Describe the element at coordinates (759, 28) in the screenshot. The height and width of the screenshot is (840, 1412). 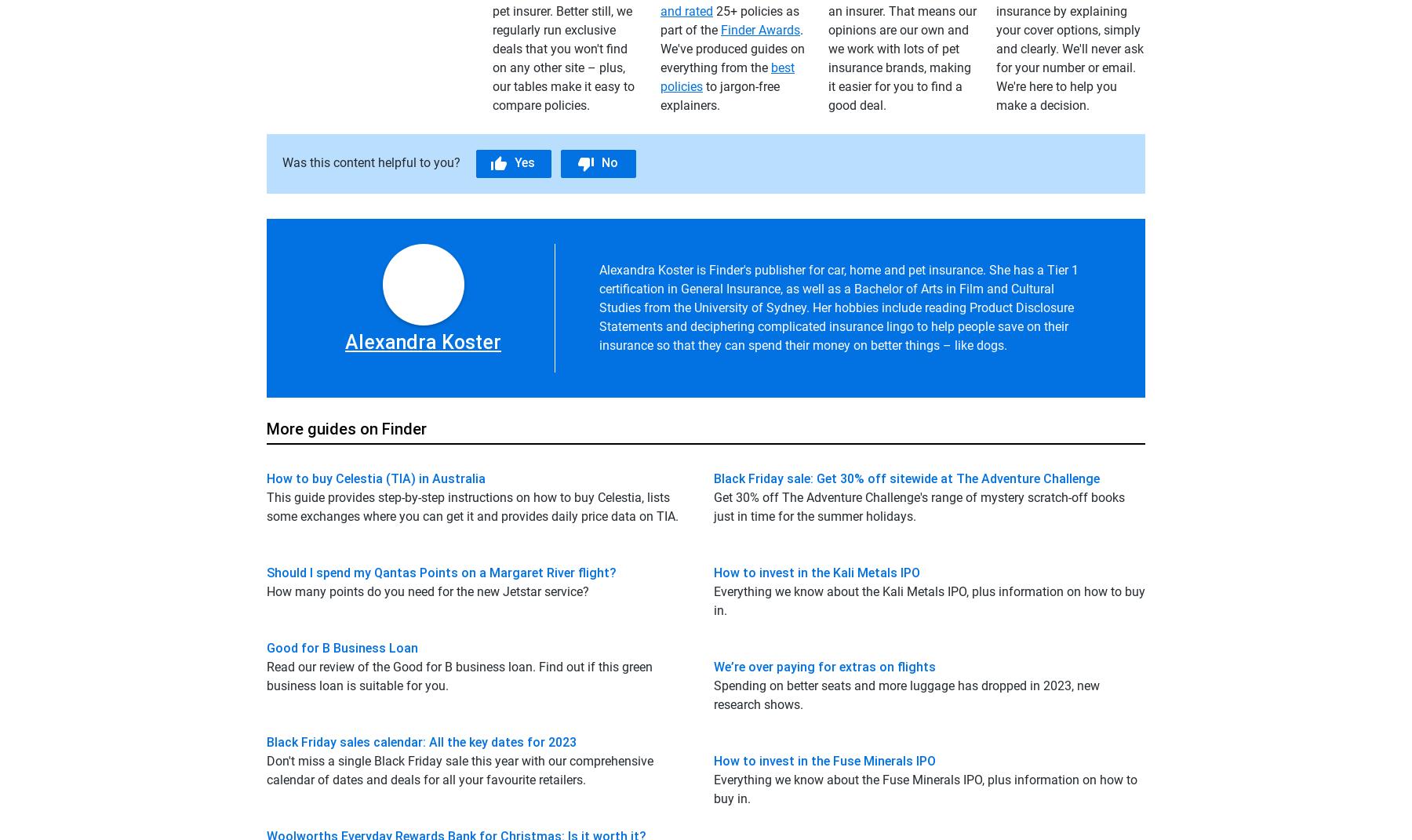
I see `'Finder Awards'` at that location.